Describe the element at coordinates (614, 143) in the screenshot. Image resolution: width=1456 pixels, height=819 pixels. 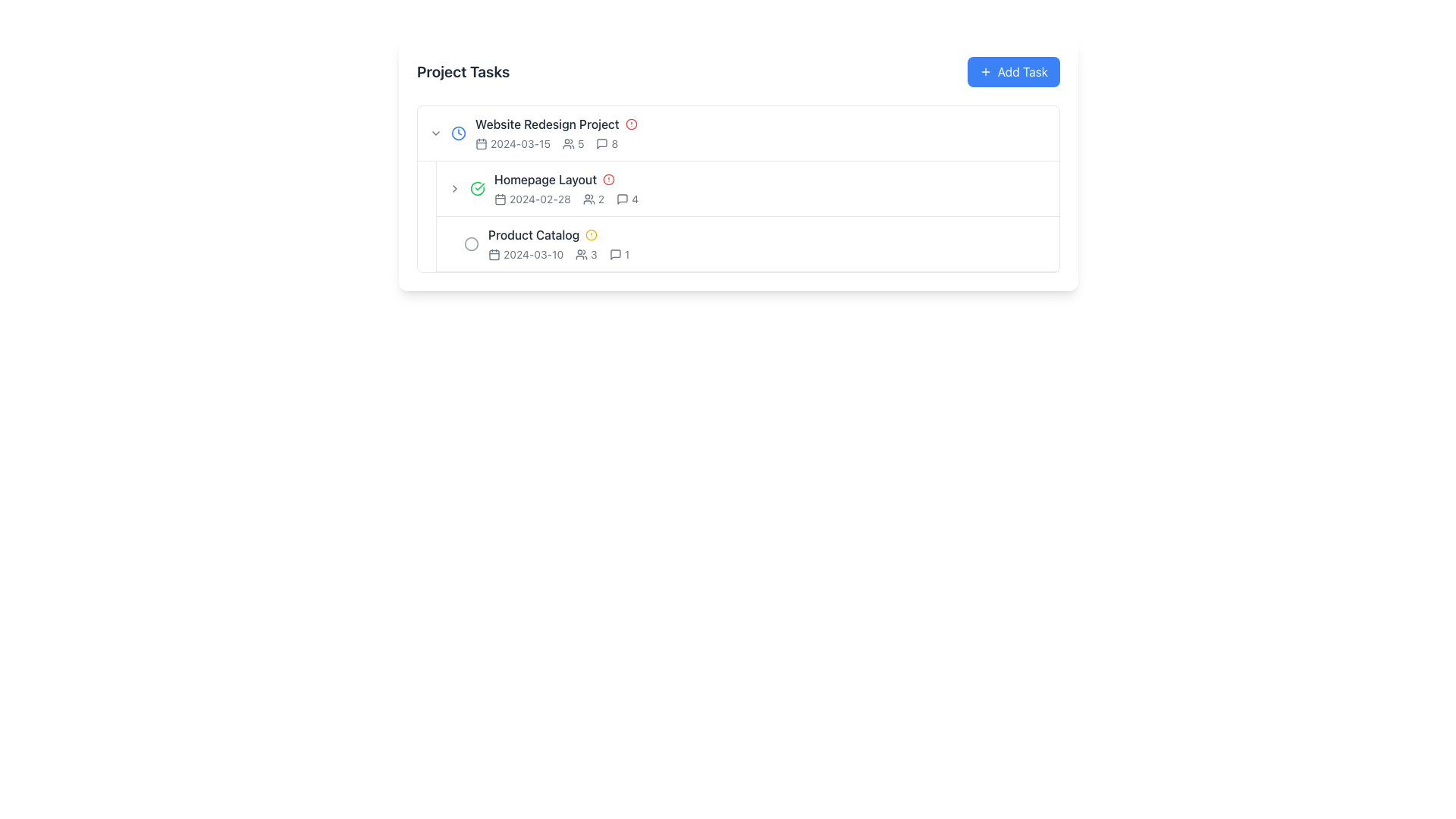
I see `the static text label displaying the number '8', which is located to the right of the speech bubble icon in the 'Website Redesign Project' task row` at that location.